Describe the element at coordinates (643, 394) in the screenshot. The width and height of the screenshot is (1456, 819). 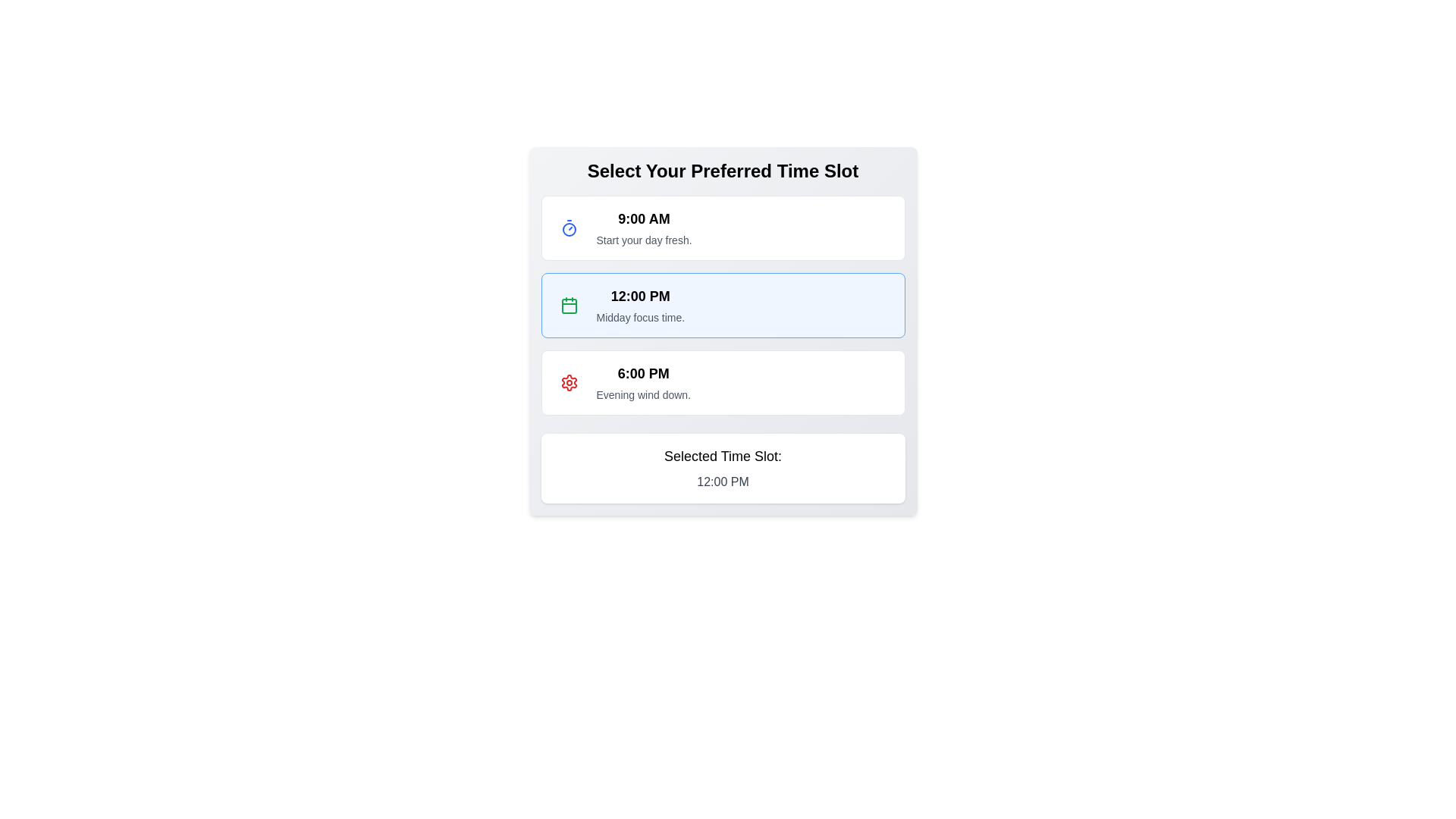
I see `the label providing a brief description for the time slot '6:00 PM', located in the bottom section of the corresponding list item` at that location.